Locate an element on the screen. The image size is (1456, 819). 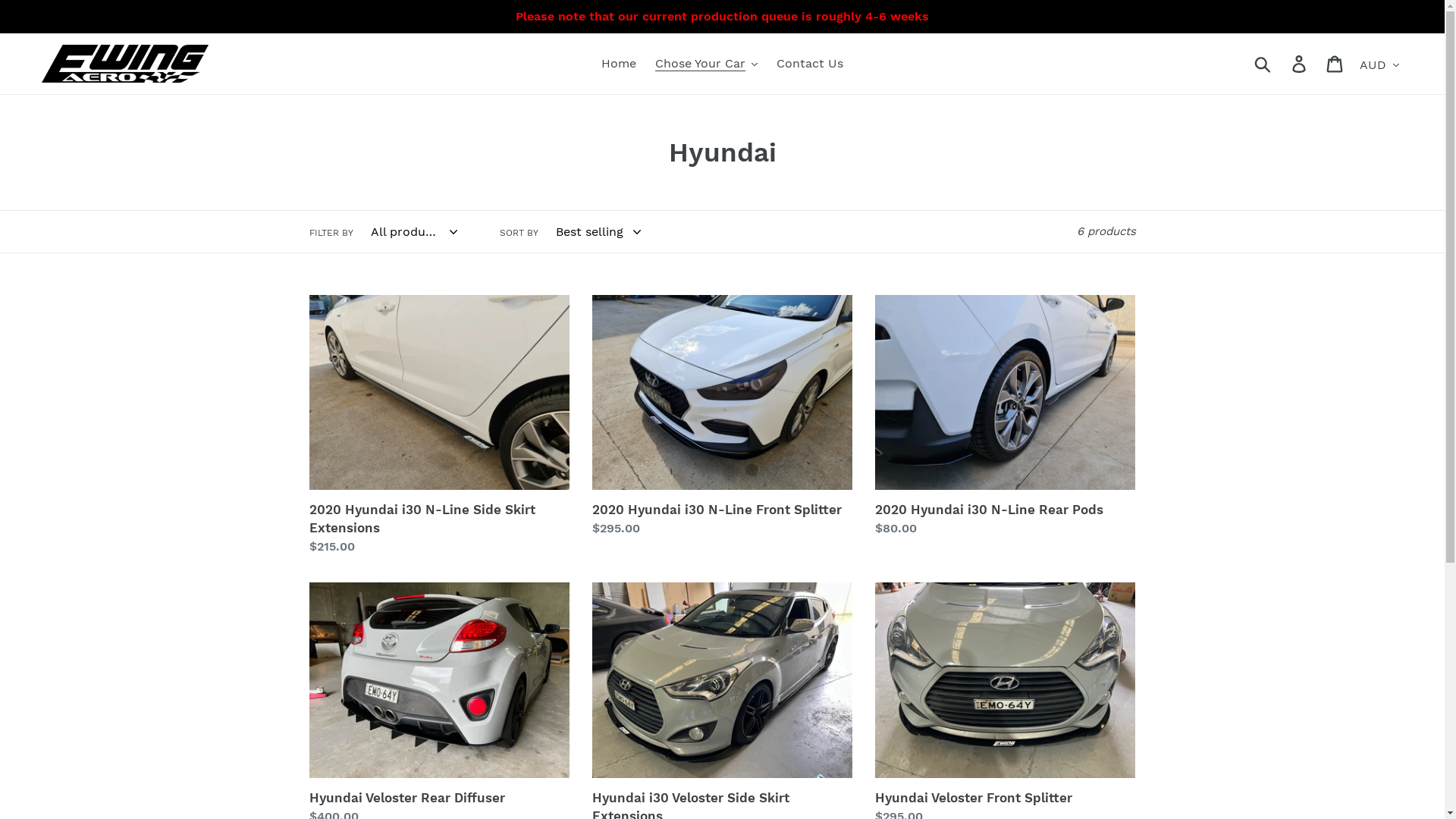
'Submit' is located at coordinates (1263, 63).